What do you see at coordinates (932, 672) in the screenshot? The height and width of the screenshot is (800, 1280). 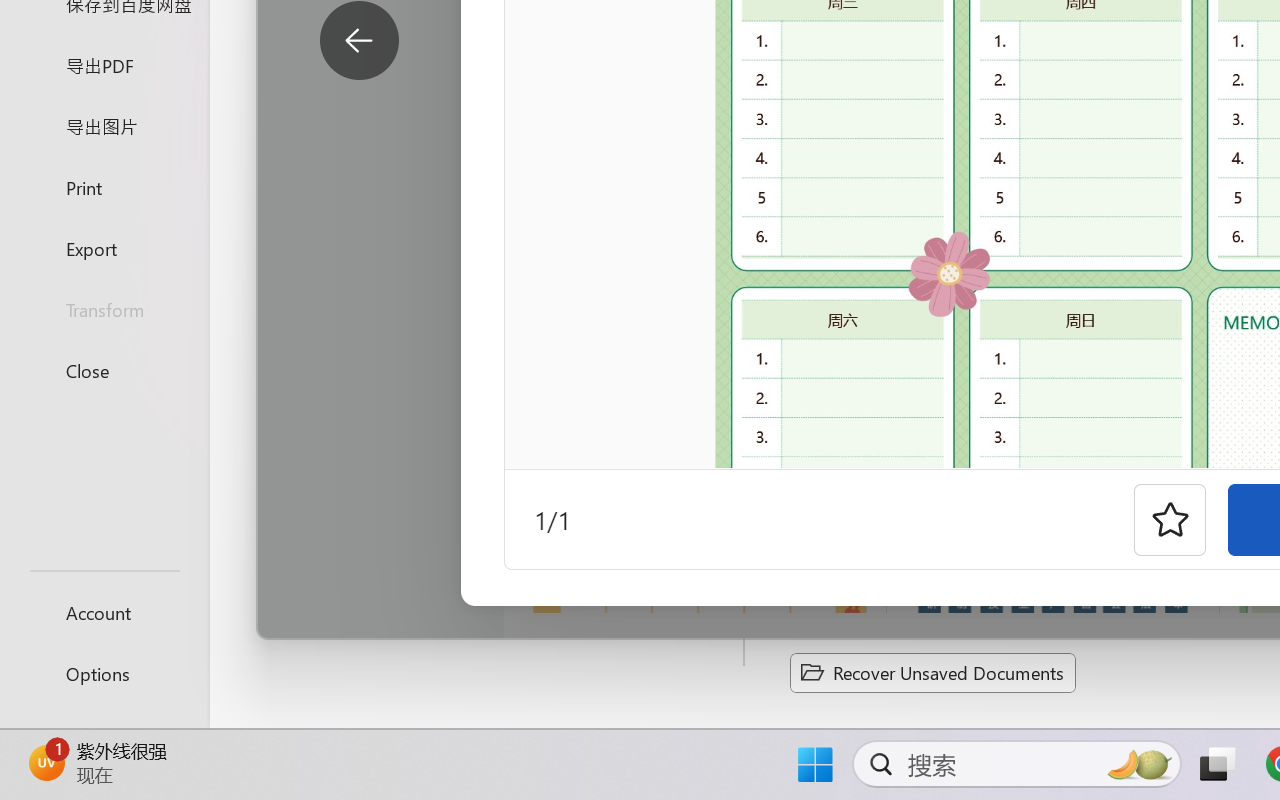 I see `'Recover Unsaved Documents'` at bounding box center [932, 672].